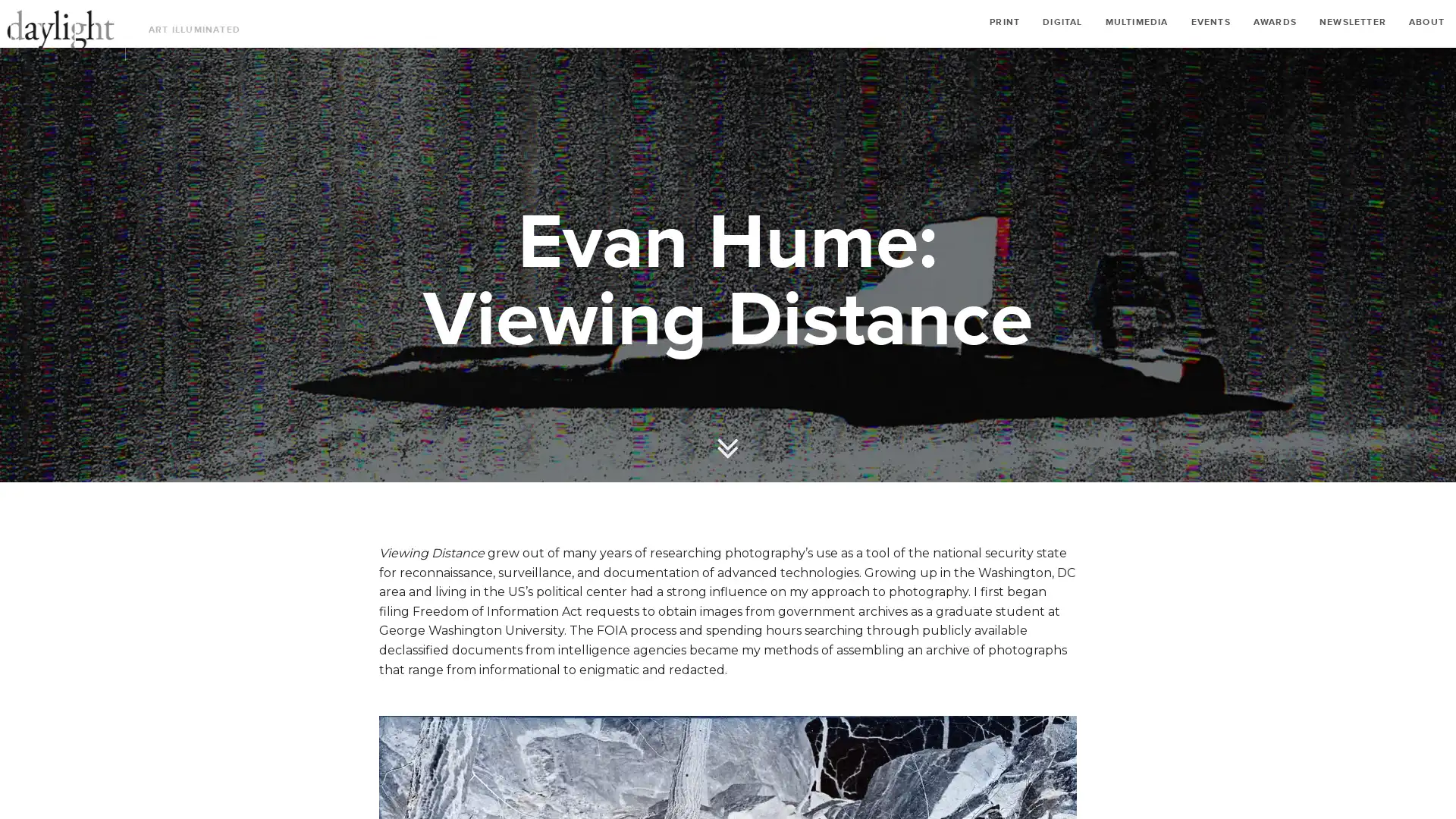  Describe the element at coordinates (1018, 747) in the screenshot. I see `Share on Tumblr` at that location.